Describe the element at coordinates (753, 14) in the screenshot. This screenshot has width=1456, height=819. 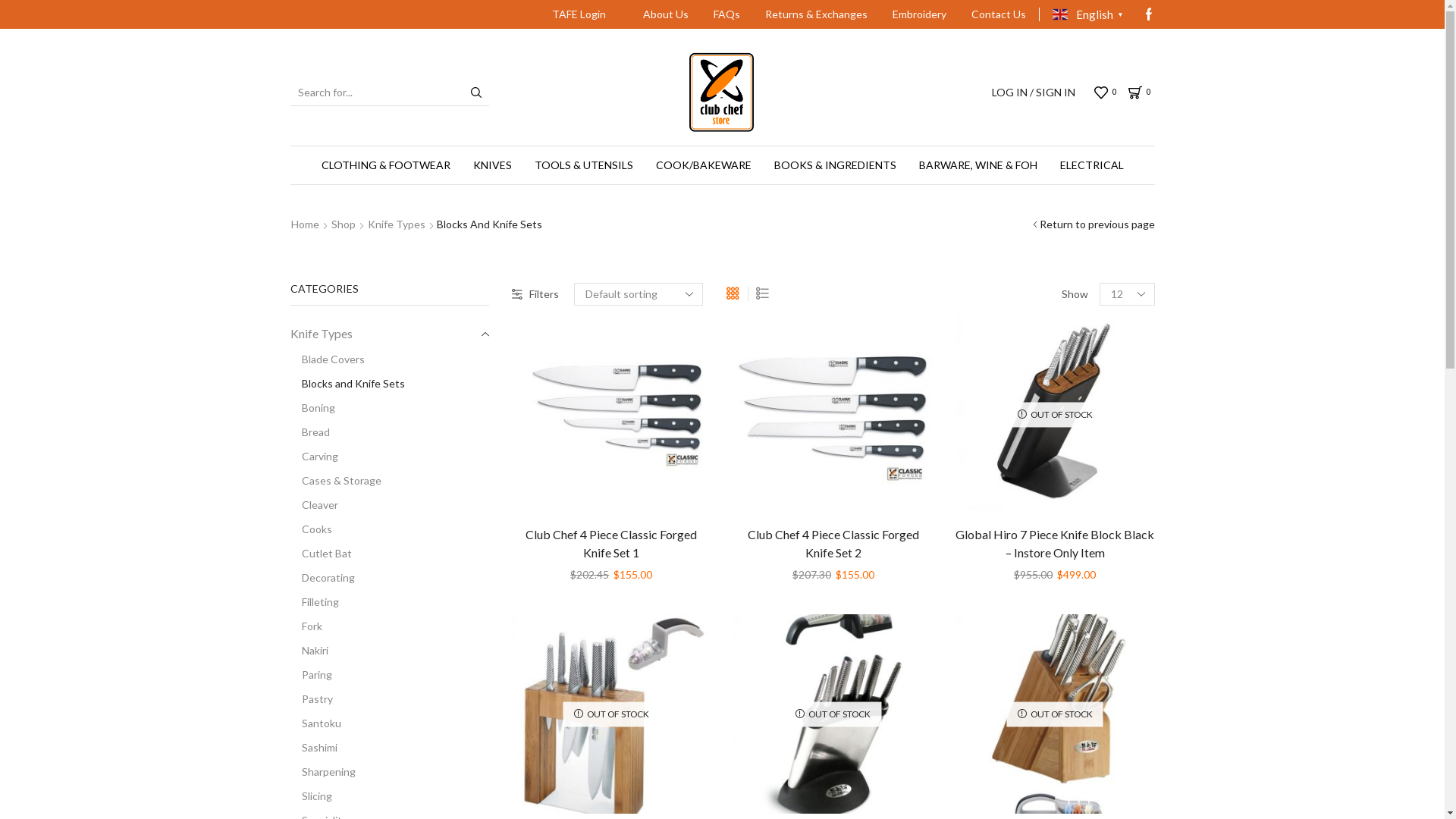
I see `'Returns & Exchanges'` at that location.